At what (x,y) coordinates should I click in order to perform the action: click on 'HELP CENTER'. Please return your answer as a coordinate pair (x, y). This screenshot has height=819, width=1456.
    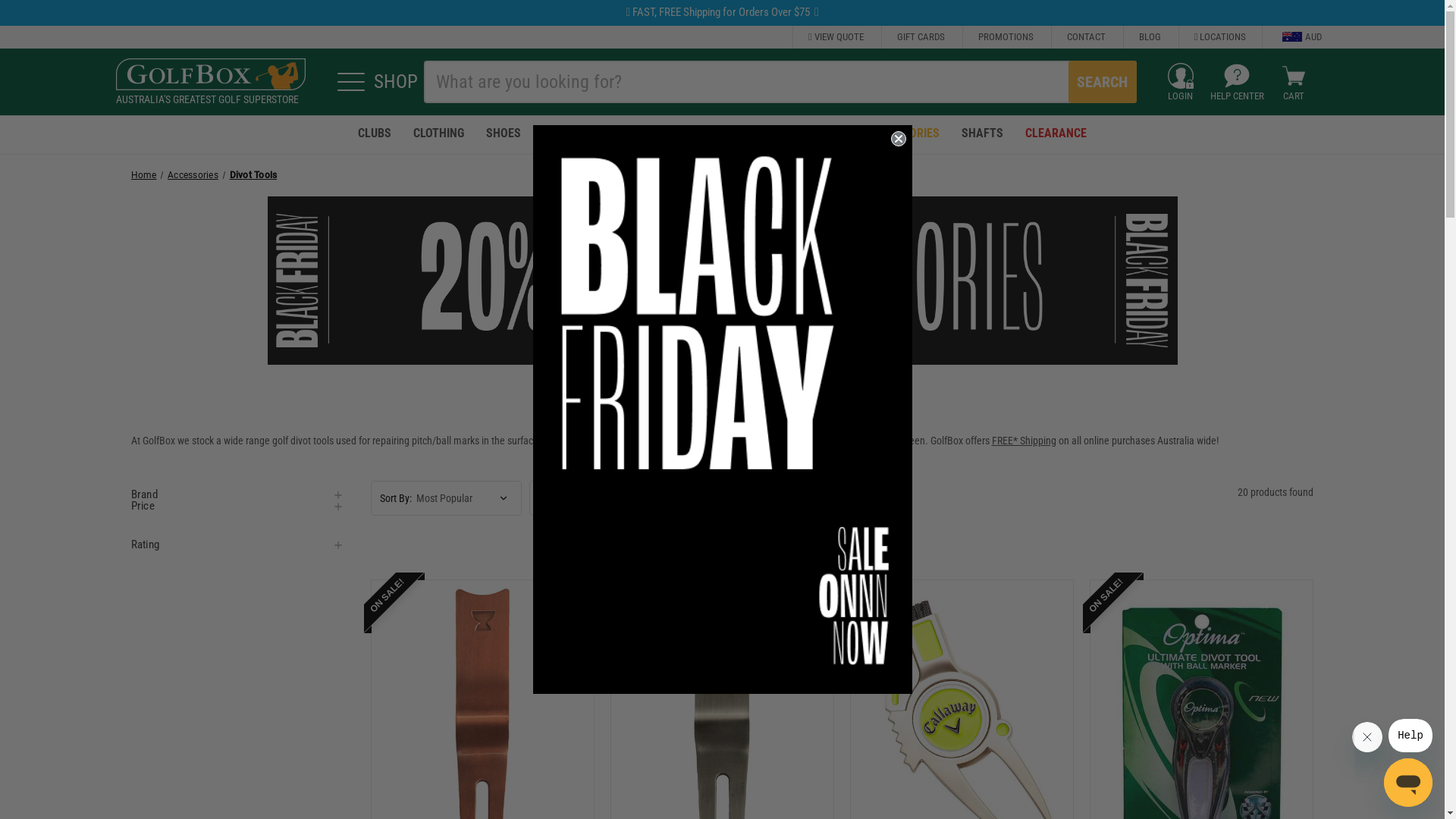
    Looking at the image, I should click on (1237, 82).